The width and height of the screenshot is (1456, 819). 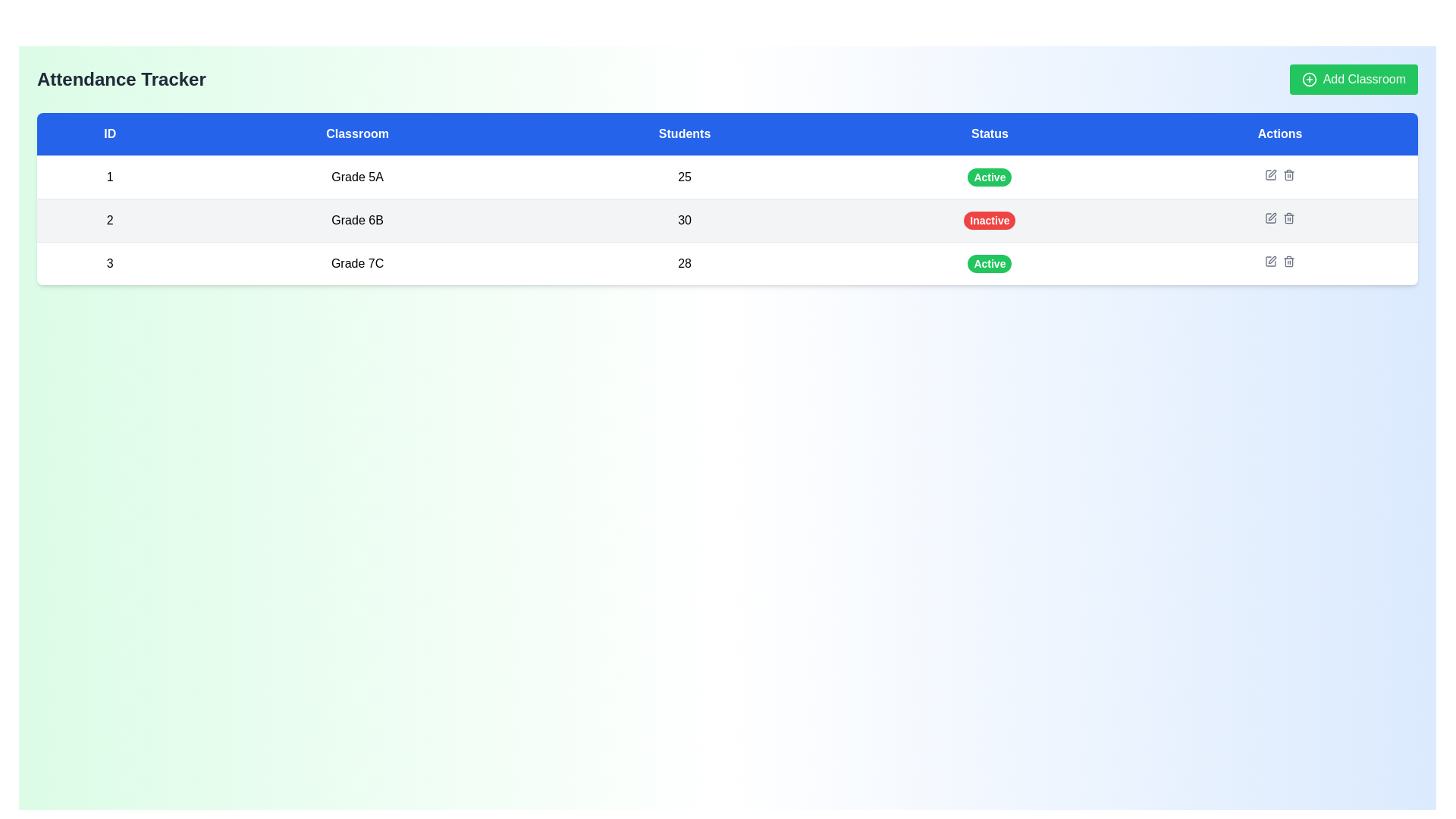 I want to click on the Static text header labeled 'ID', which is the first column in a blue background header row at the top of a table layout, so click(x=109, y=133).